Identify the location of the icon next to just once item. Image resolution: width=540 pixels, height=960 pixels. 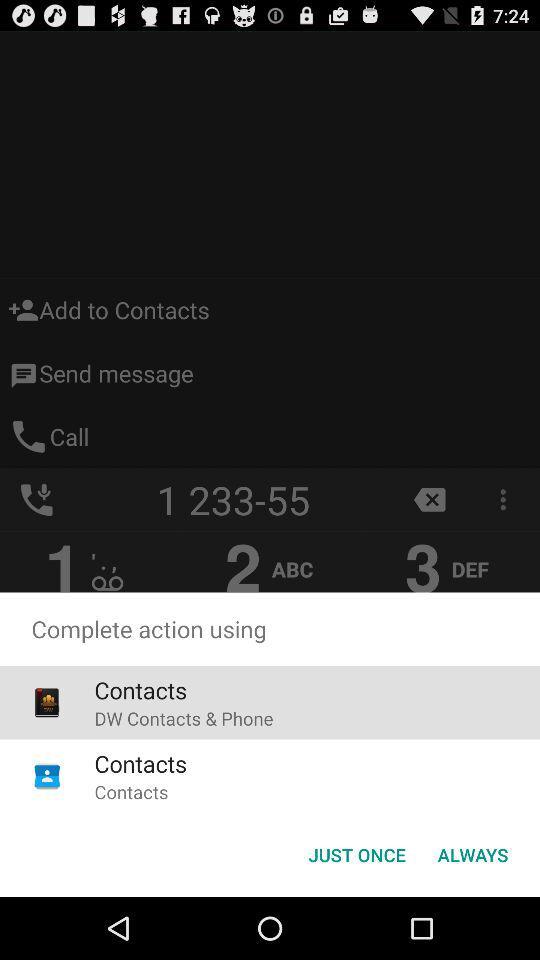
(472, 853).